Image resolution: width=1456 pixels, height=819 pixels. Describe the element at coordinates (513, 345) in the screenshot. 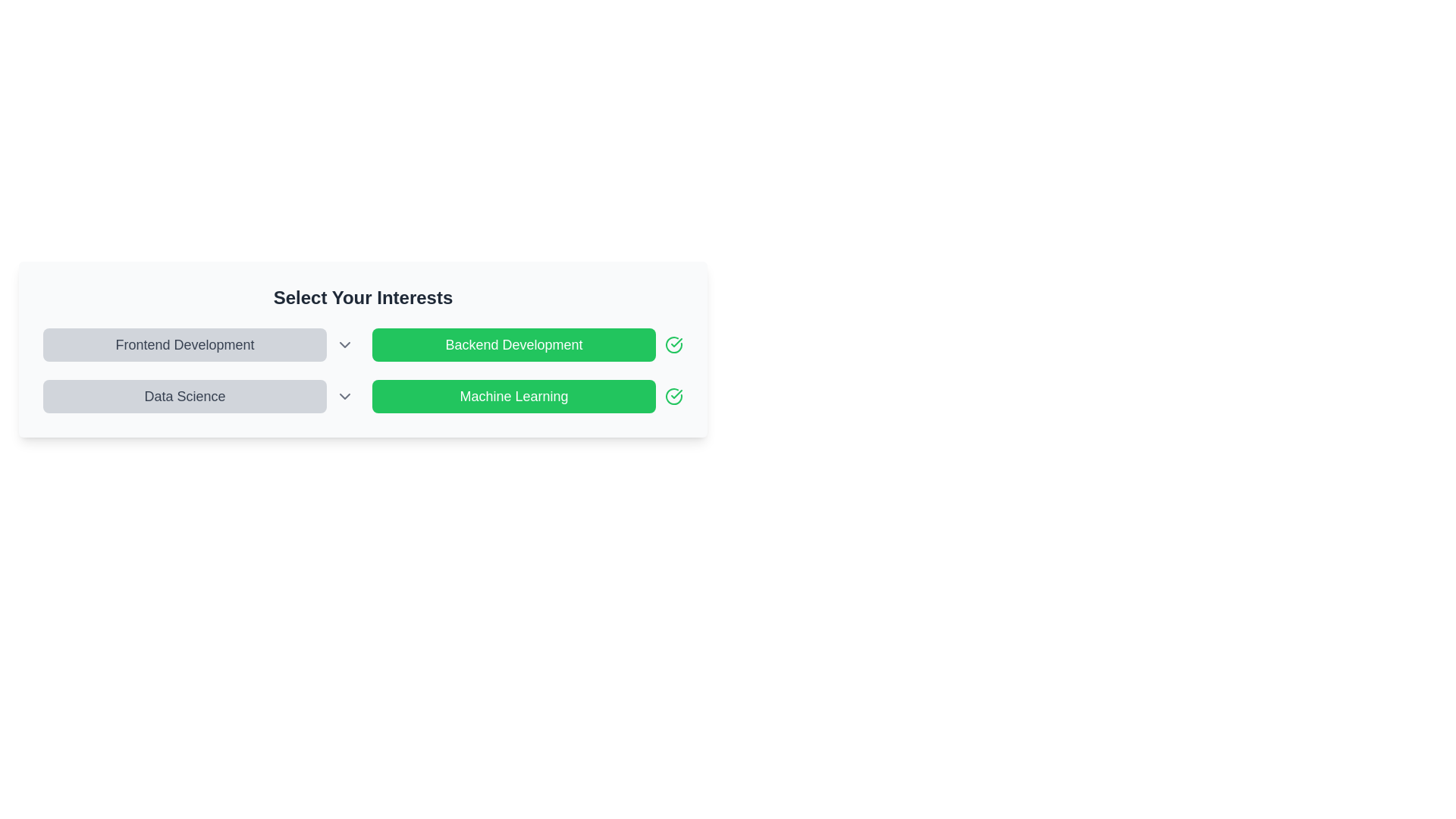

I see `'Backend Development' button to toggle its activation state` at that location.